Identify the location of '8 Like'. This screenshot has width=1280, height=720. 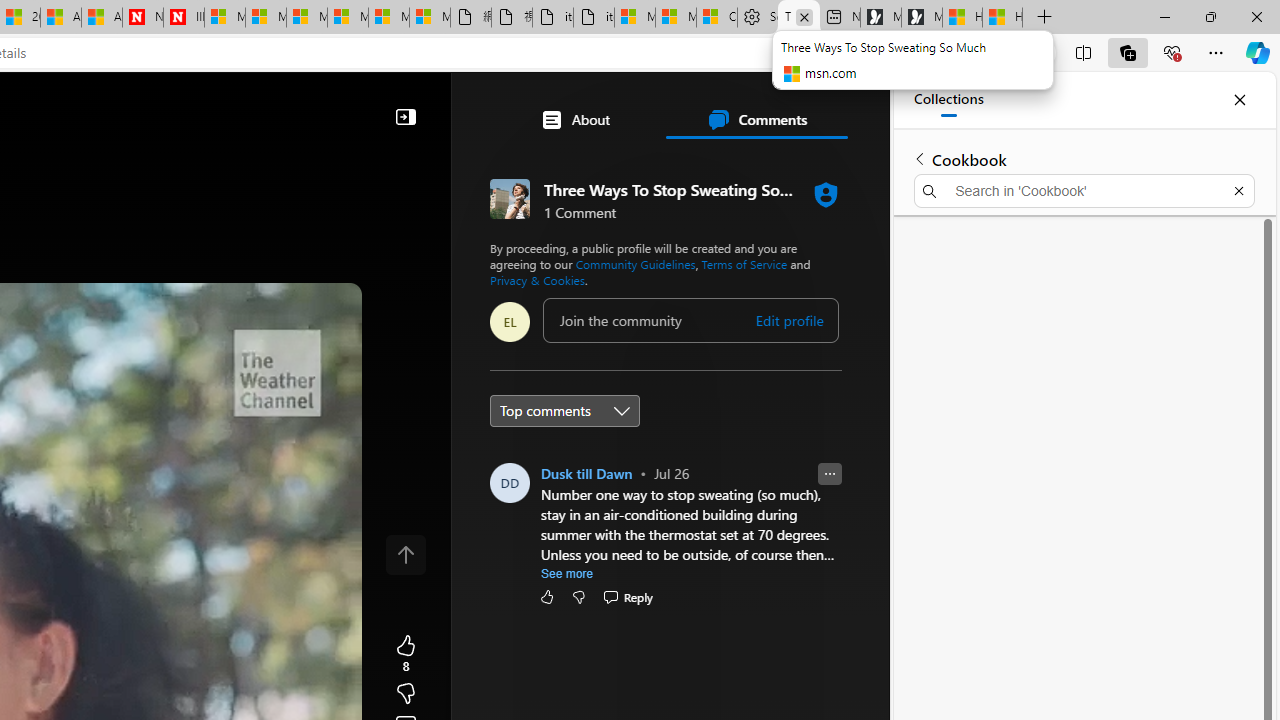
(405, 654).